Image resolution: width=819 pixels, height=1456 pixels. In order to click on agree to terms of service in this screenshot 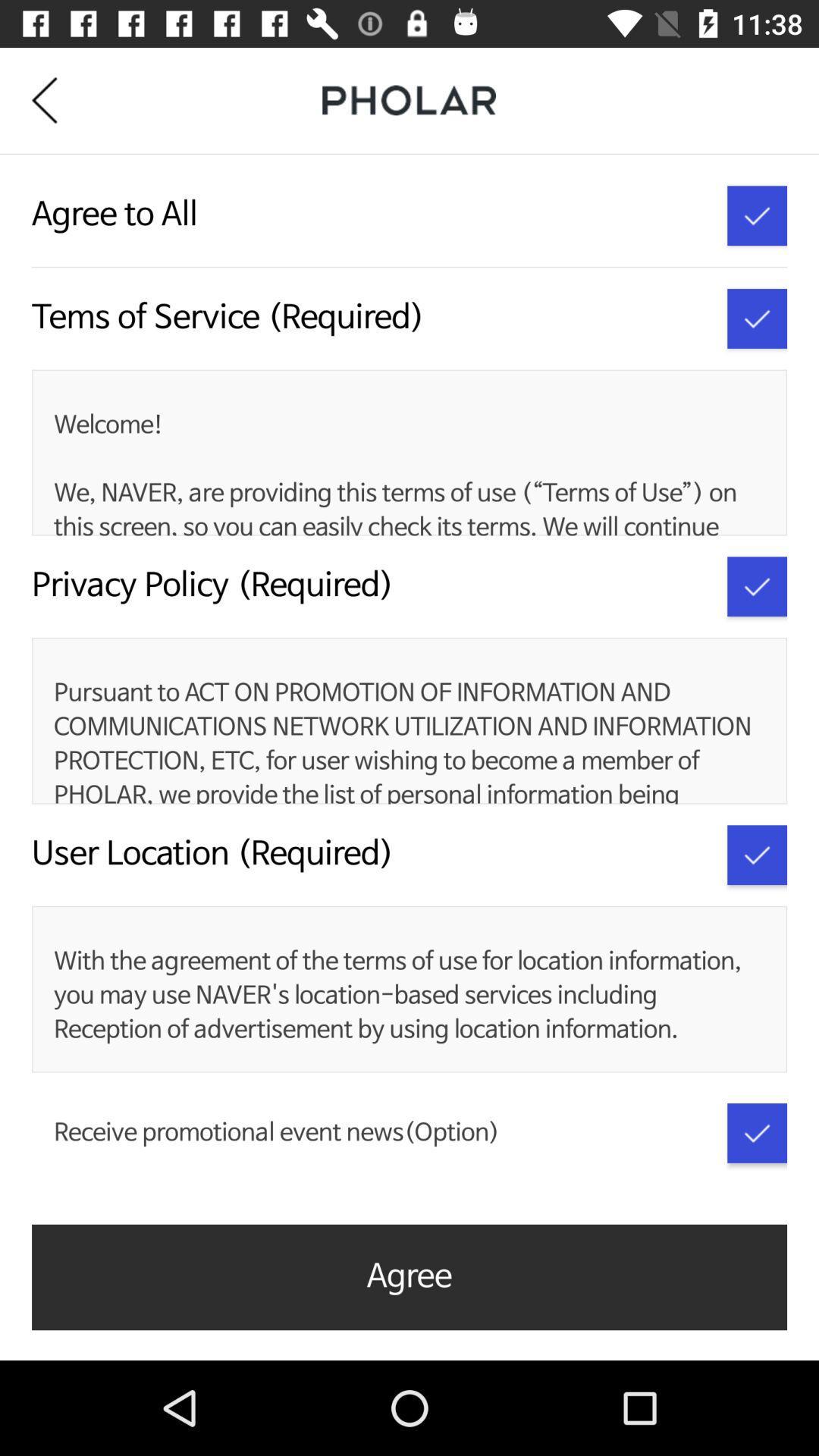, I will do `click(757, 318)`.